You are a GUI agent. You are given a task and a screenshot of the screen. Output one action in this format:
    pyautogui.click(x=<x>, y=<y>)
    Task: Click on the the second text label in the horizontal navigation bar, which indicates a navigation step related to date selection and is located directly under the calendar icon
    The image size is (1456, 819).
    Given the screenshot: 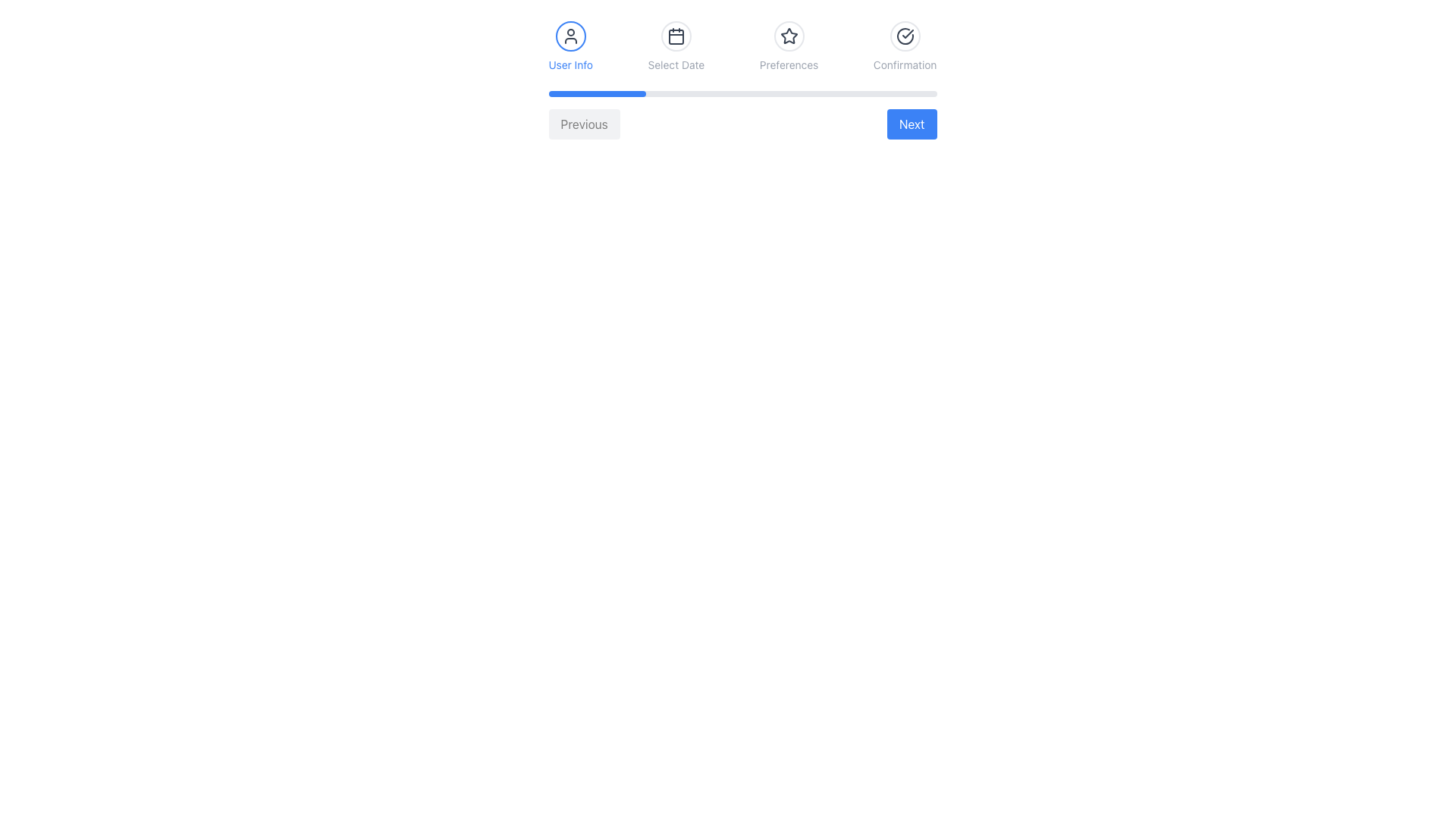 What is the action you would take?
    pyautogui.click(x=675, y=64)
    